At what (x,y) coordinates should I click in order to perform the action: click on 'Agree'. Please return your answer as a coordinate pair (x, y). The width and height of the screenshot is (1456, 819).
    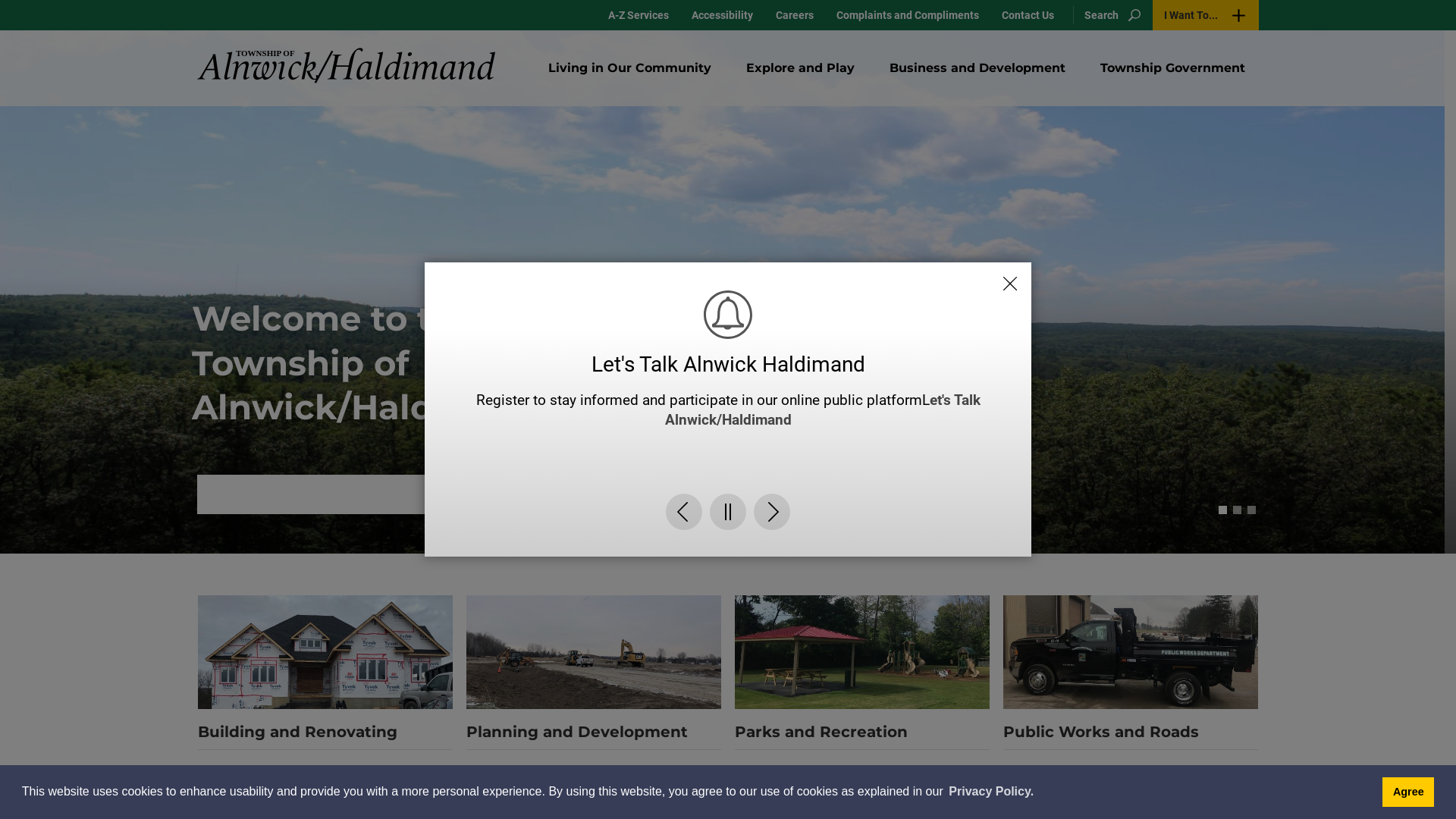
    Looking at the image, I should click on (1407, 791).